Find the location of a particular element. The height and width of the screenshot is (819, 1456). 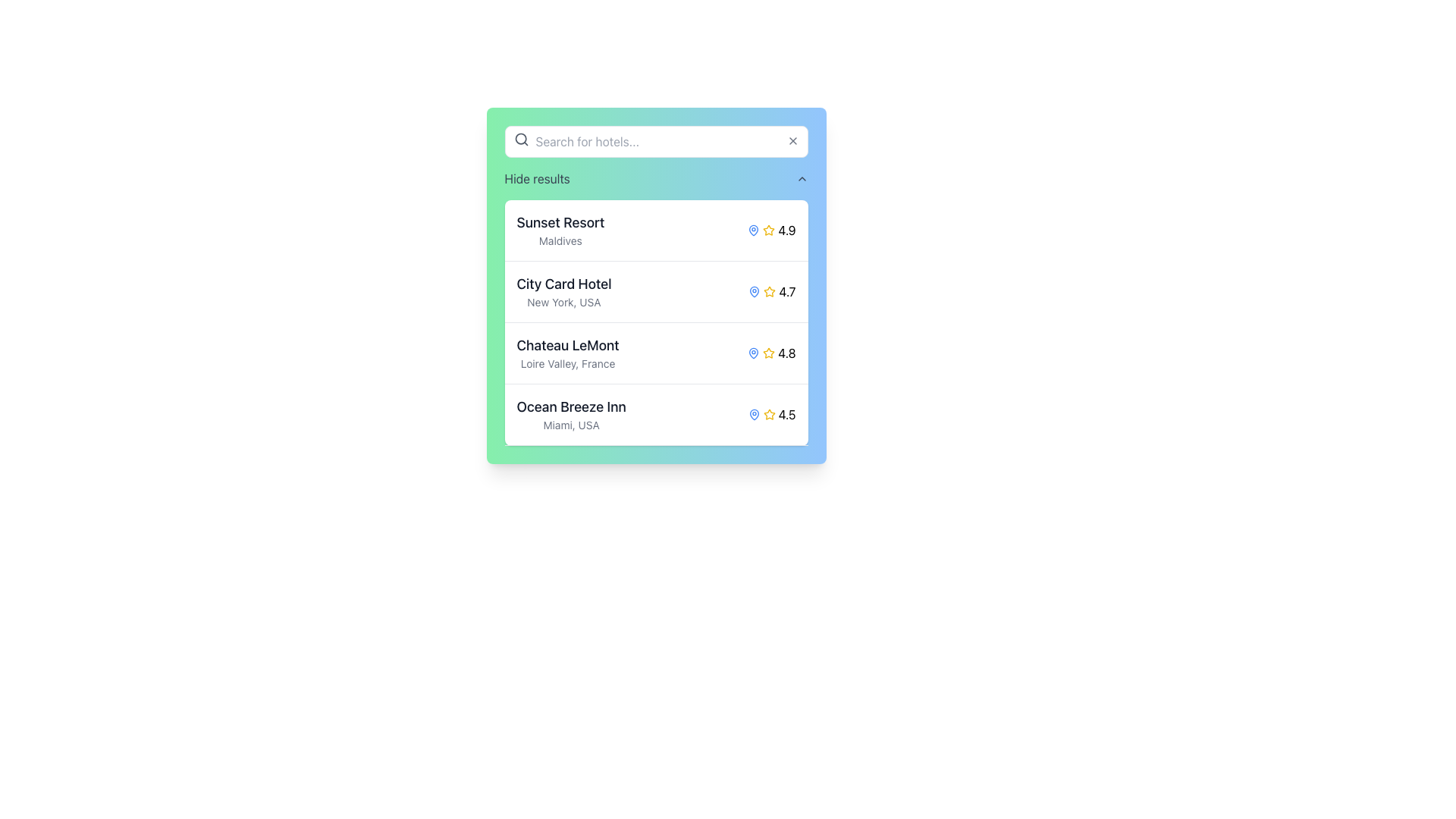

the text label 'City Card Hotel' which identifies a hotel in the selection interface, located in the second slot of the list is located at coordinates (563, 284).